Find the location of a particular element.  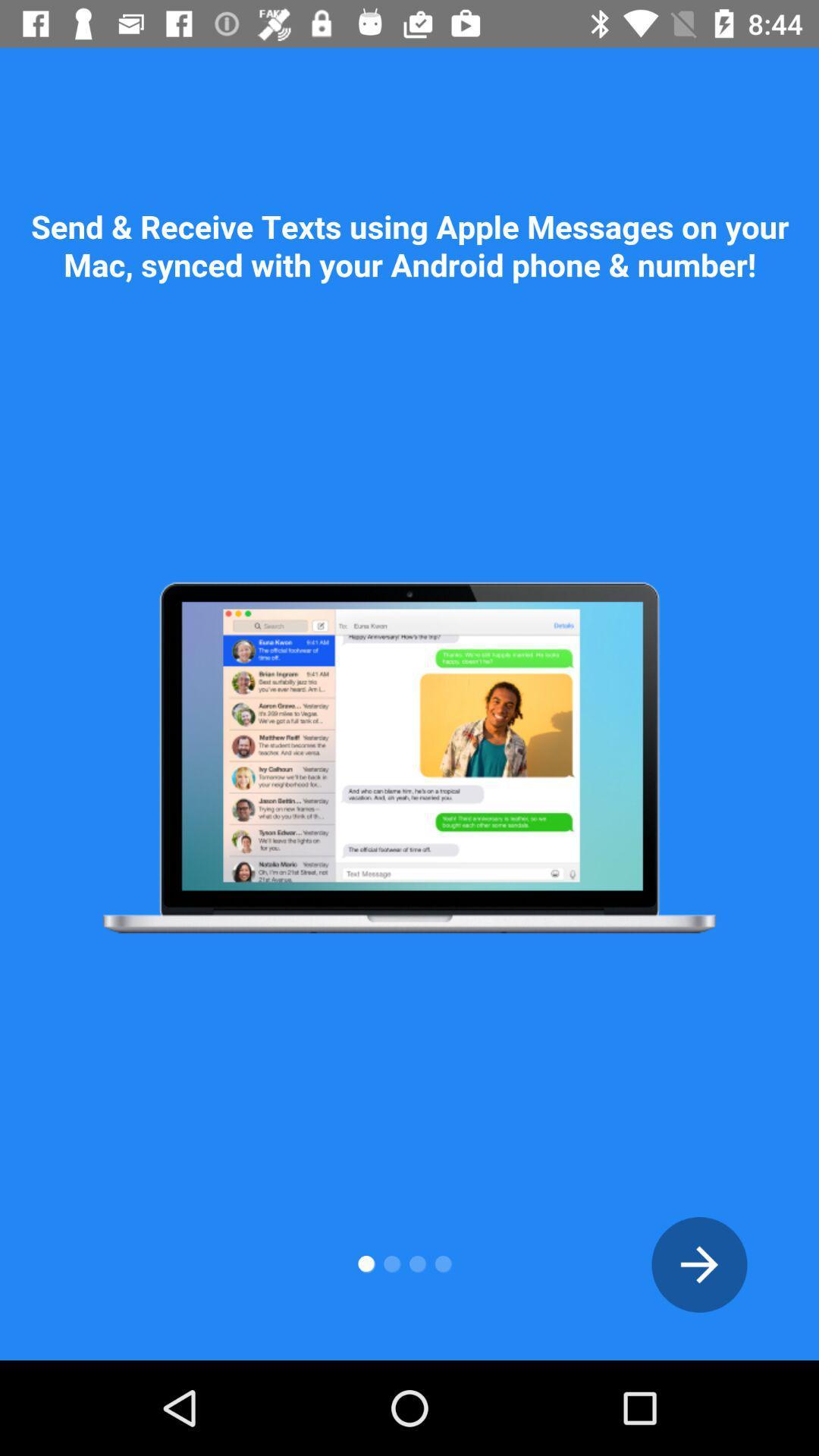

the arrow_forward icon is located at coordinates (699, 1264).